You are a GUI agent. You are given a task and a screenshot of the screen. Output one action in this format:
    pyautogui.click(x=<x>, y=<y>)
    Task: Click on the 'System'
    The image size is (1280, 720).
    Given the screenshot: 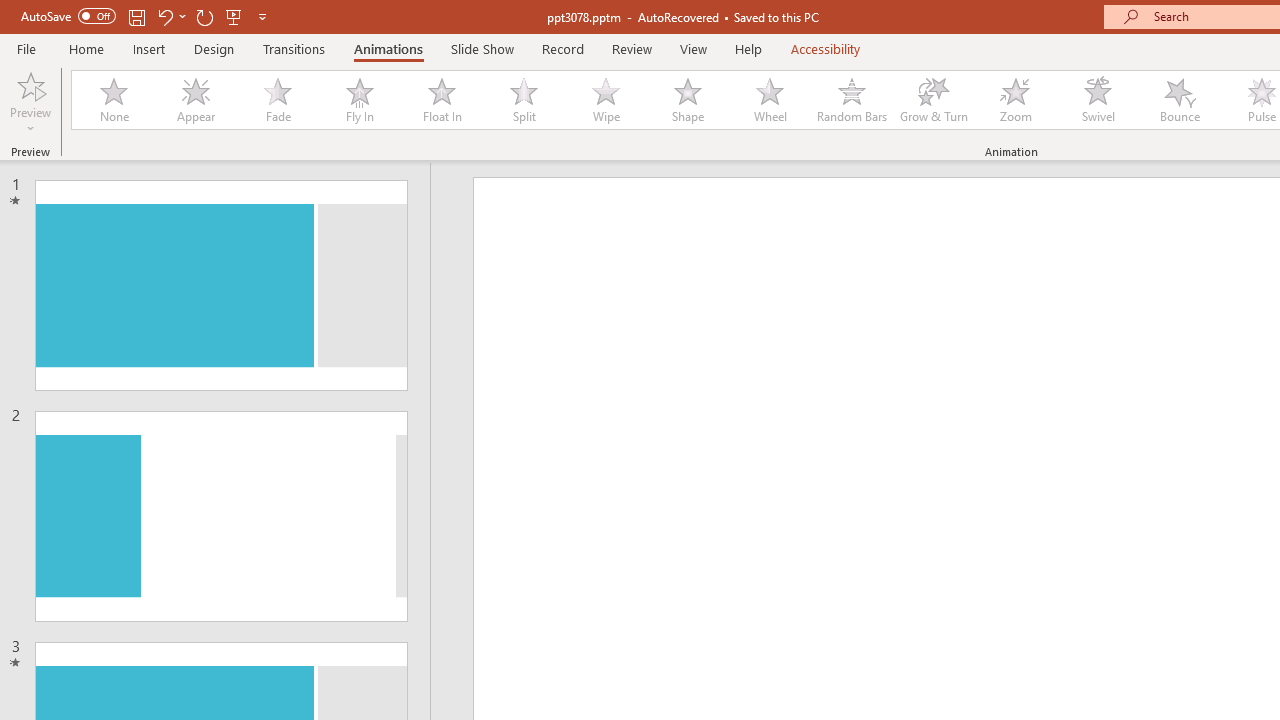 What is the action you would take?
    pyautogui.click(x=10, y=11)
    